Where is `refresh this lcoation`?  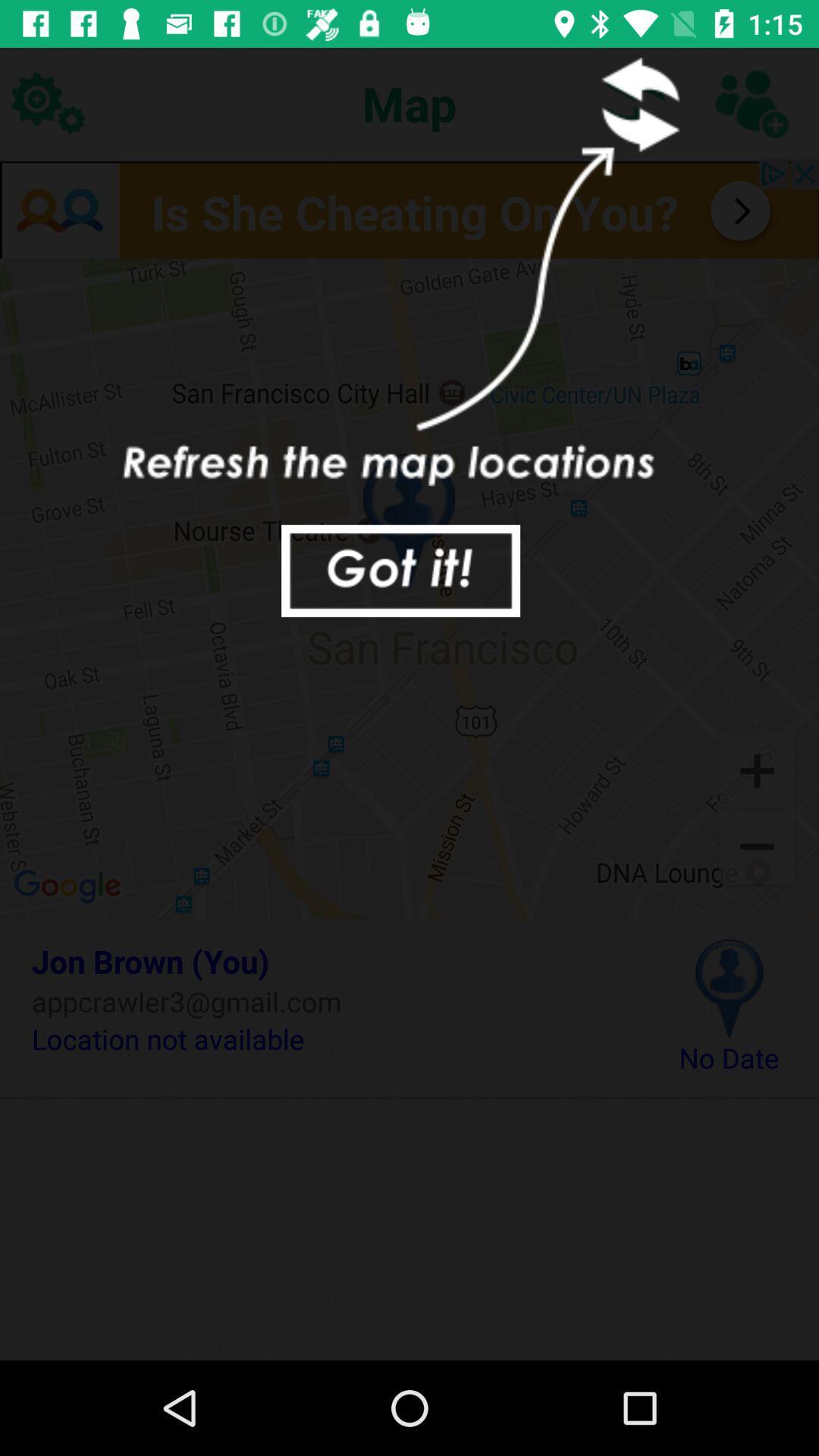 refresh this lcoation is located at coordinates (635, 102).